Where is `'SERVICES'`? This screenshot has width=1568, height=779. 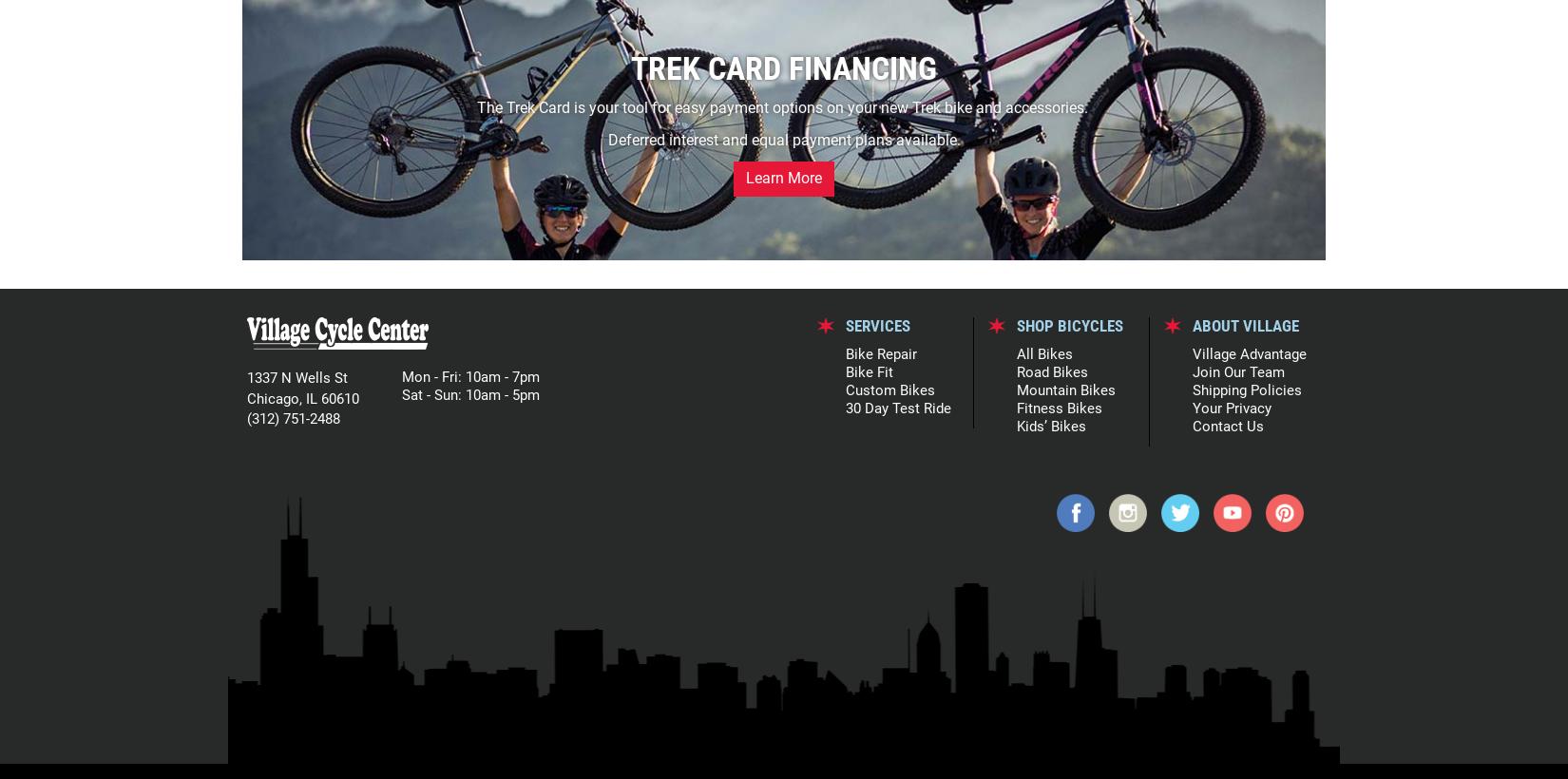 'SERVICES' is located at coordinates (878, 325).